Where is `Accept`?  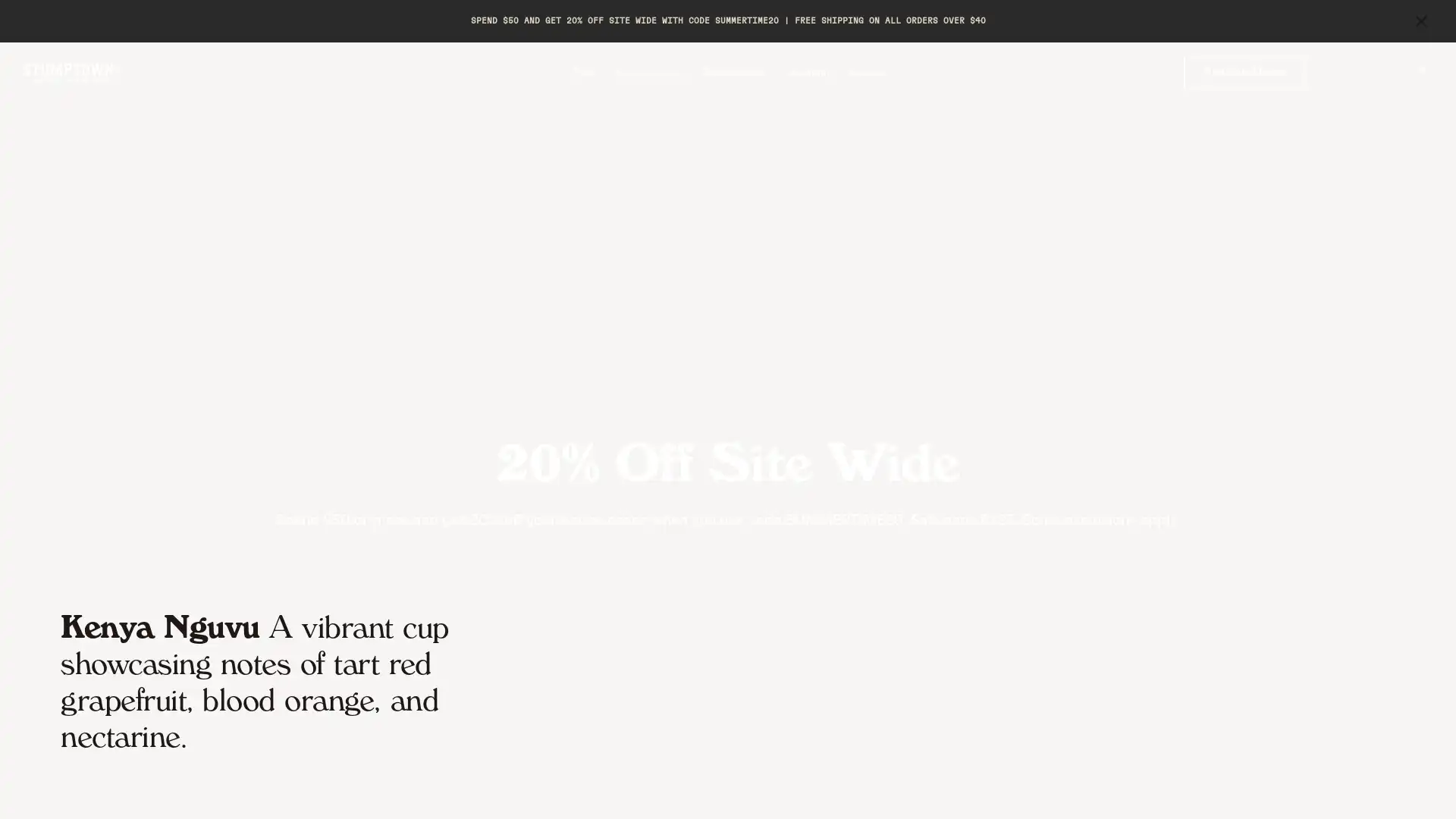 Accept is located at coordinates (1386, 798).